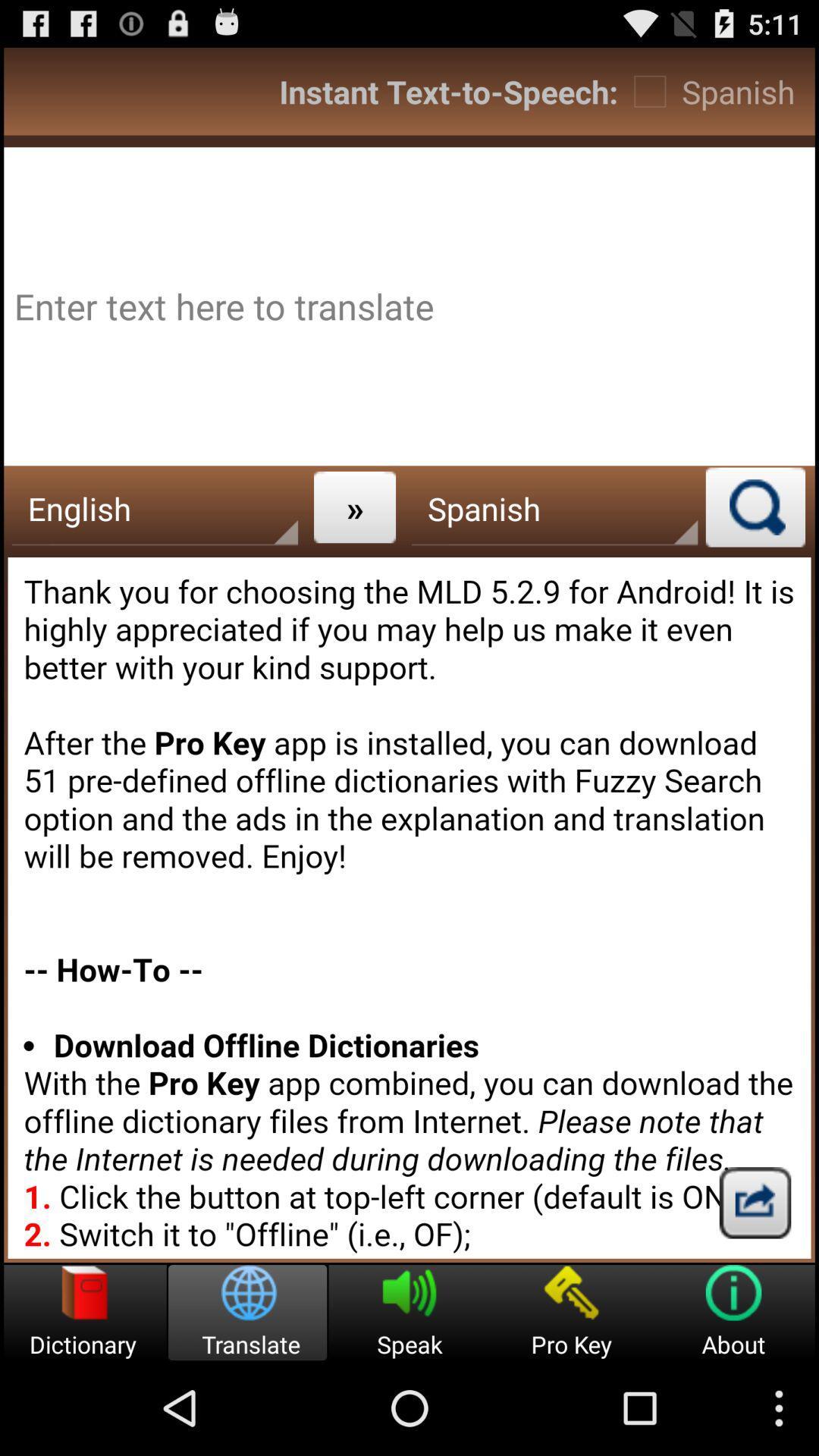 Image resolution: width=819 pixels, height=1456 pixels. What do you see at coordinates (755, 1202) in the screenshot?
I see `button` at bounding box center [755, 1202].